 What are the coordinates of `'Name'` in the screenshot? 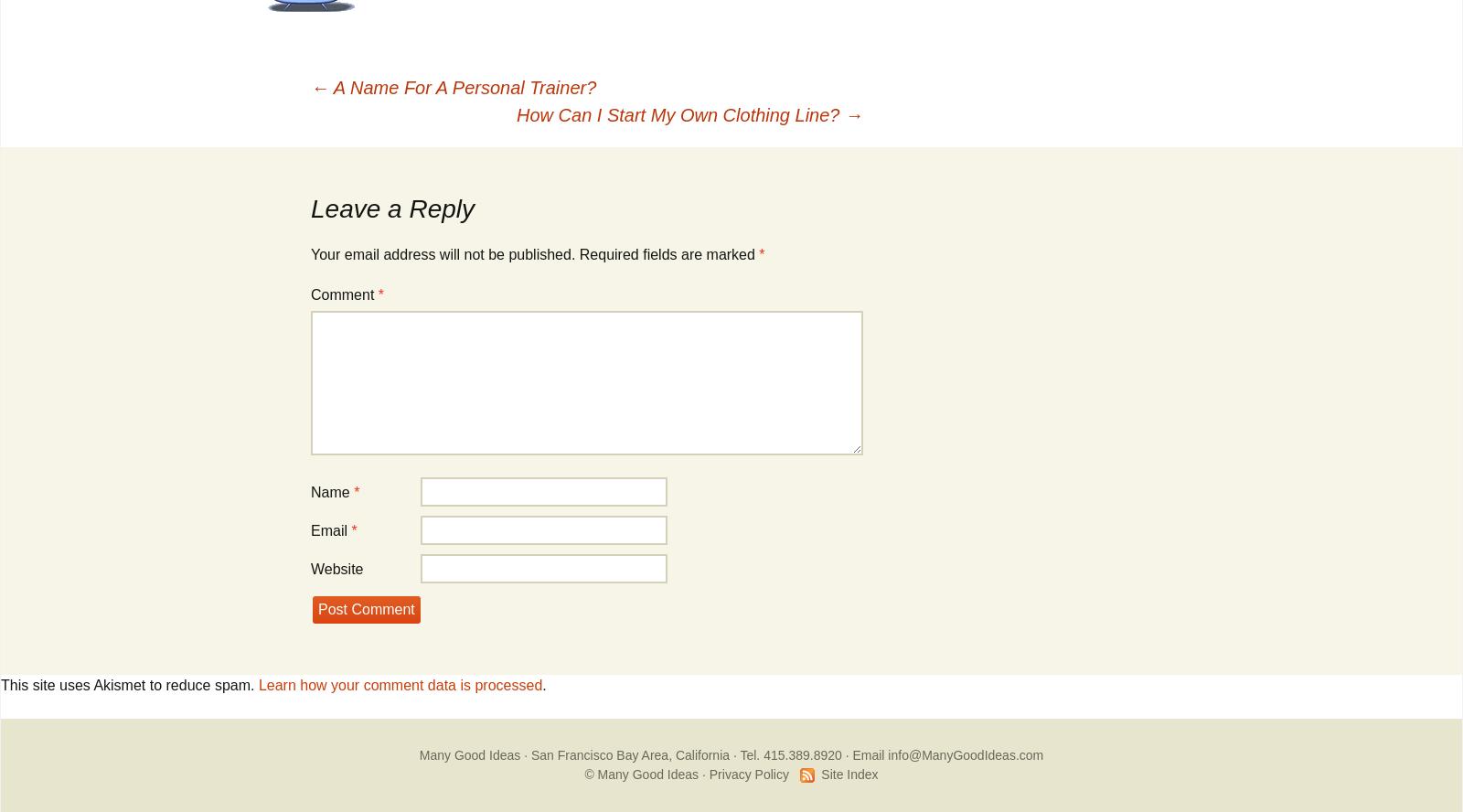 It's located at (332, 491).